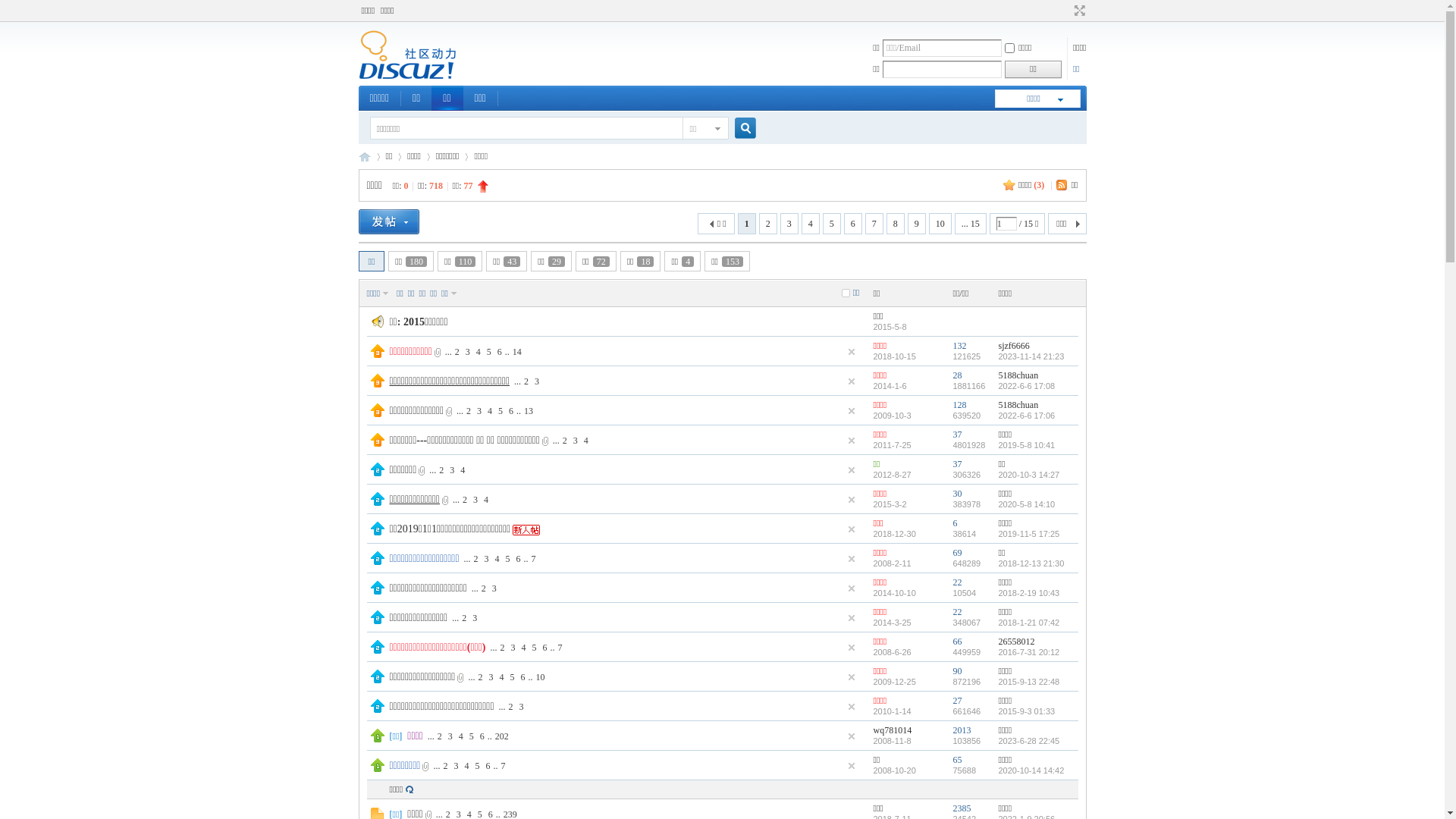  What do you see at coordinates (472, 409) in the screenshot?
I see `'3'` at bounding box center [472, 409].